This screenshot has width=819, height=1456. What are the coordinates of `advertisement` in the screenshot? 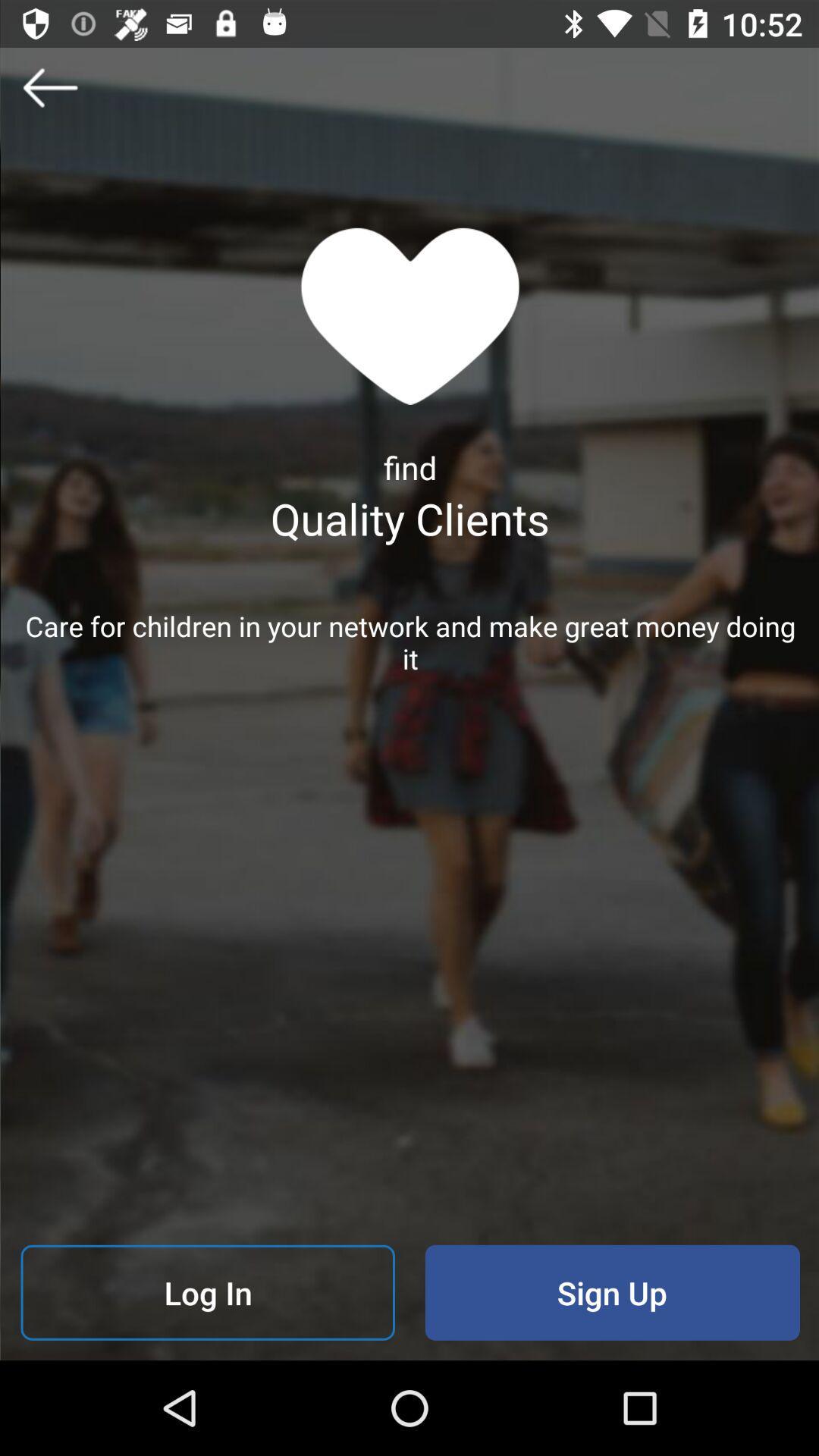 It's located at (49, 86).